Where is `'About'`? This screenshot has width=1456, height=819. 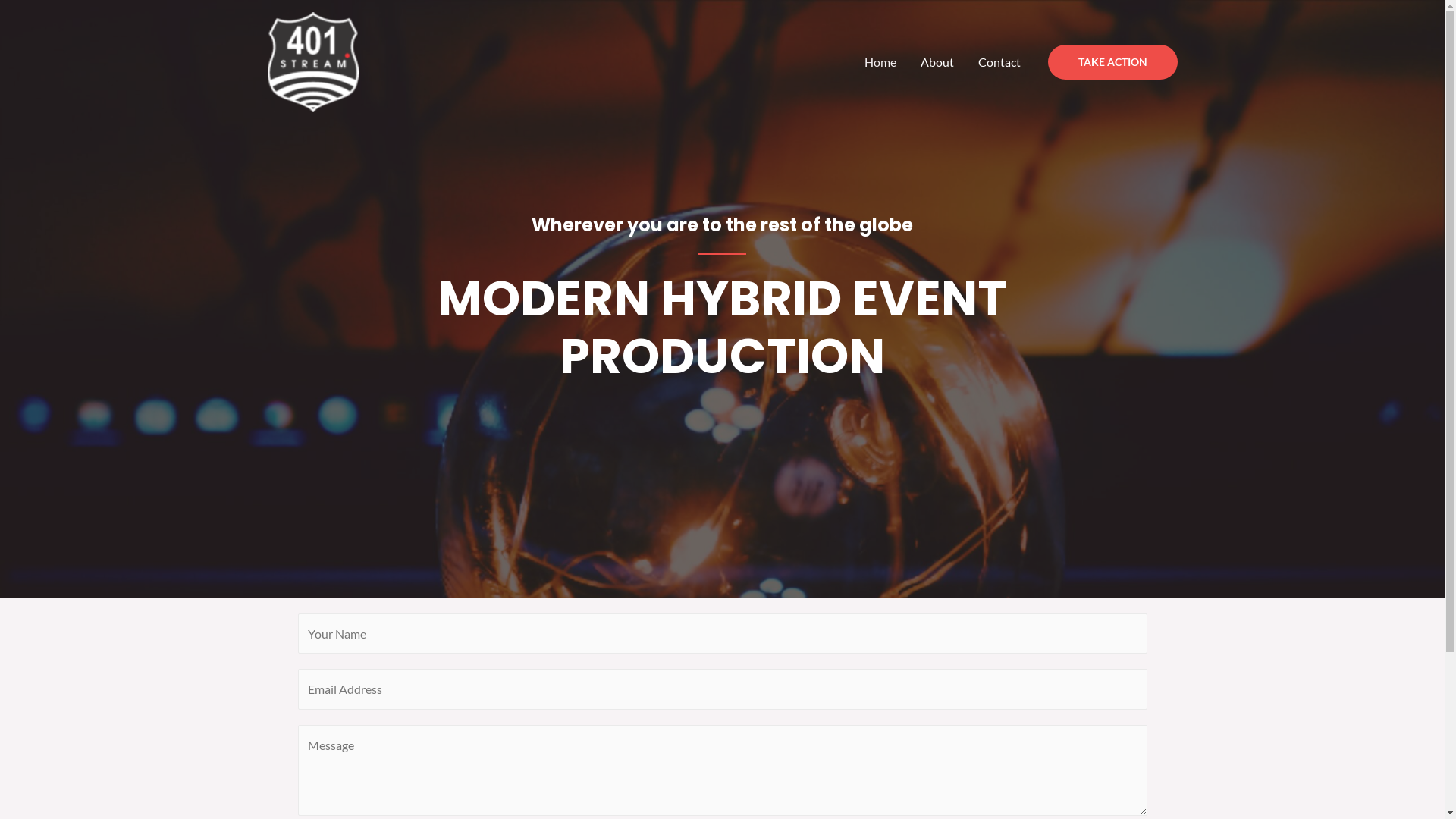
'About' is located at coordinates (937, 61).